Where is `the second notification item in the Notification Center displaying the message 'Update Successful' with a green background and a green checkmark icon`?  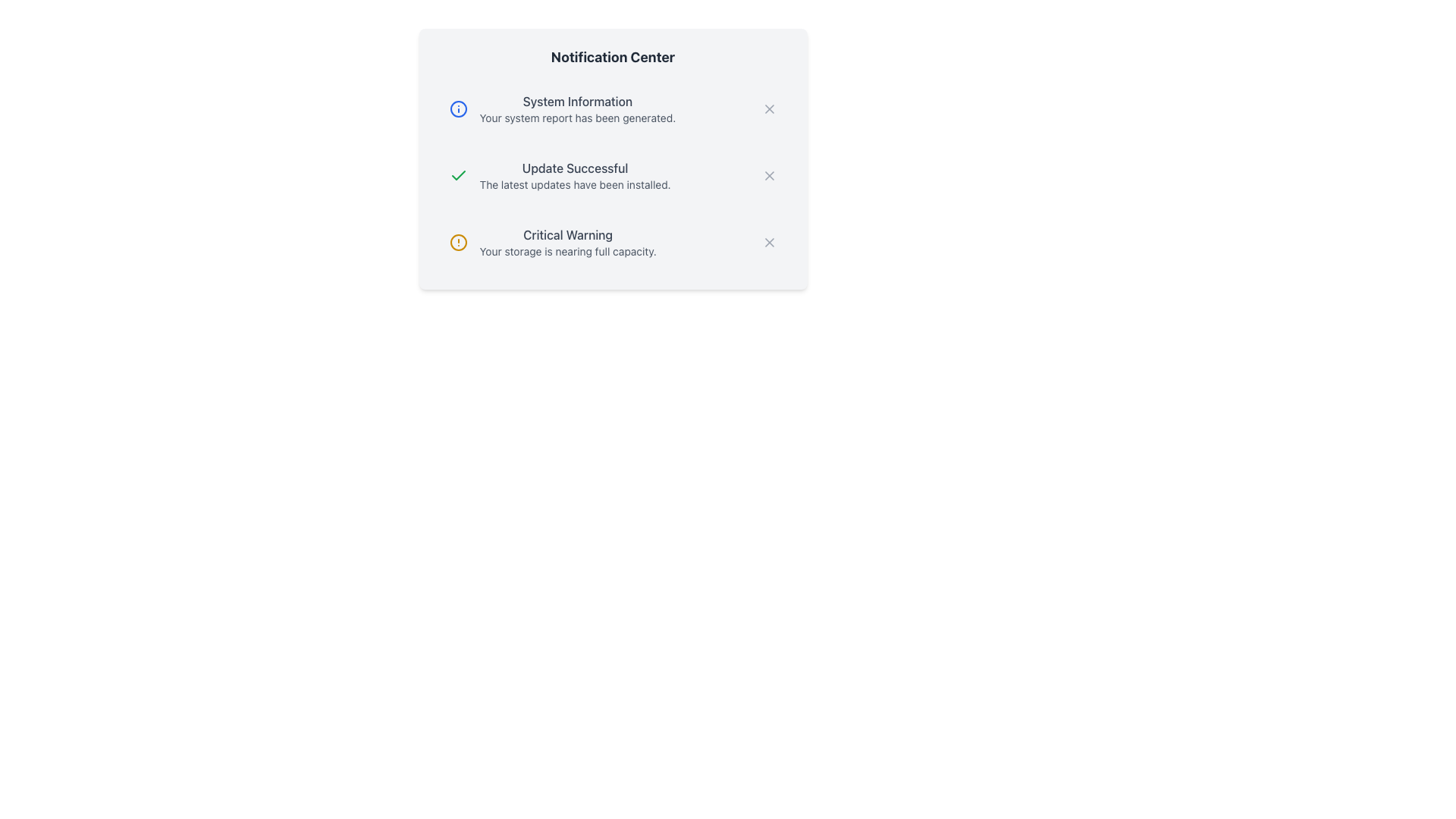
the second notification item in the Notification Center displaying the message 'Update Successful' with a green background and a green checkmark icon is located at coordinates (613, 174).